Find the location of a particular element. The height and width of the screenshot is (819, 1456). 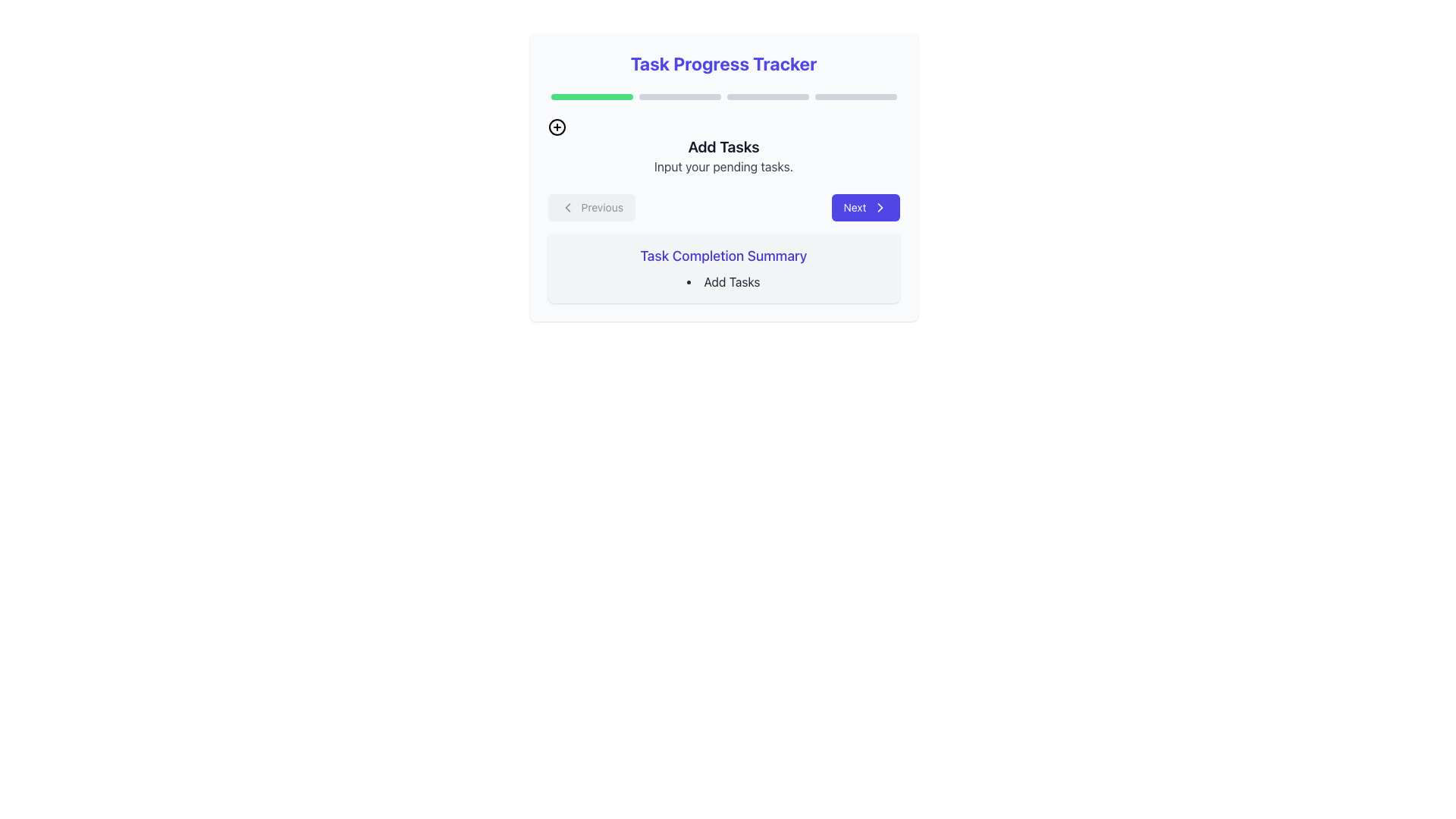

the text element displaying 'Task Completion Summary' which is bold, indigo-colored, and left-aligned in a light gray box is located at coordinates (723, 256).